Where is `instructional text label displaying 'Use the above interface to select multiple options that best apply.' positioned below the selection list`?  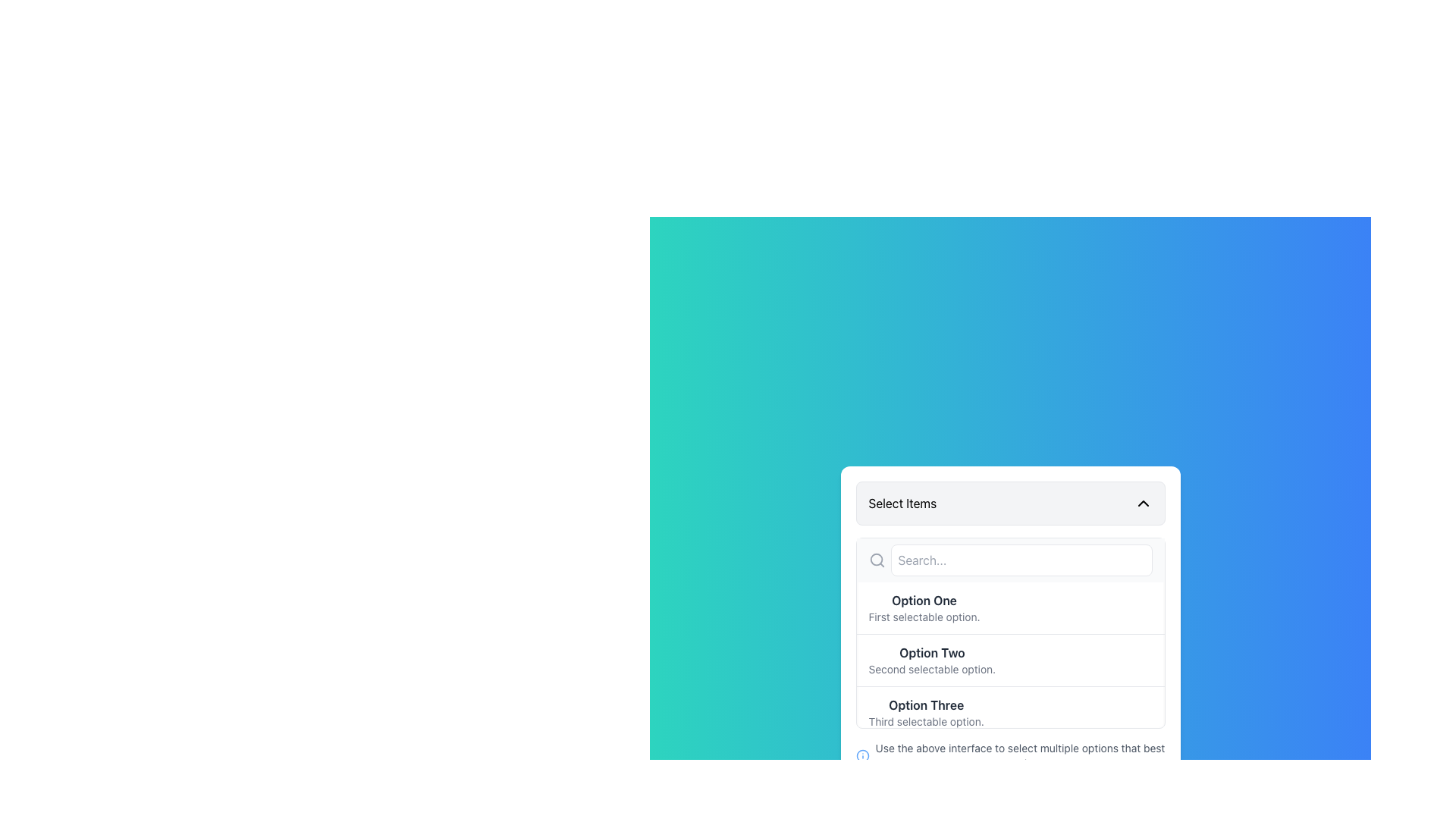
instructional text label displaying 'Use the above interface to select multiple options that best apply.' positioned below the selection list is located at coordinates (1020, 755).